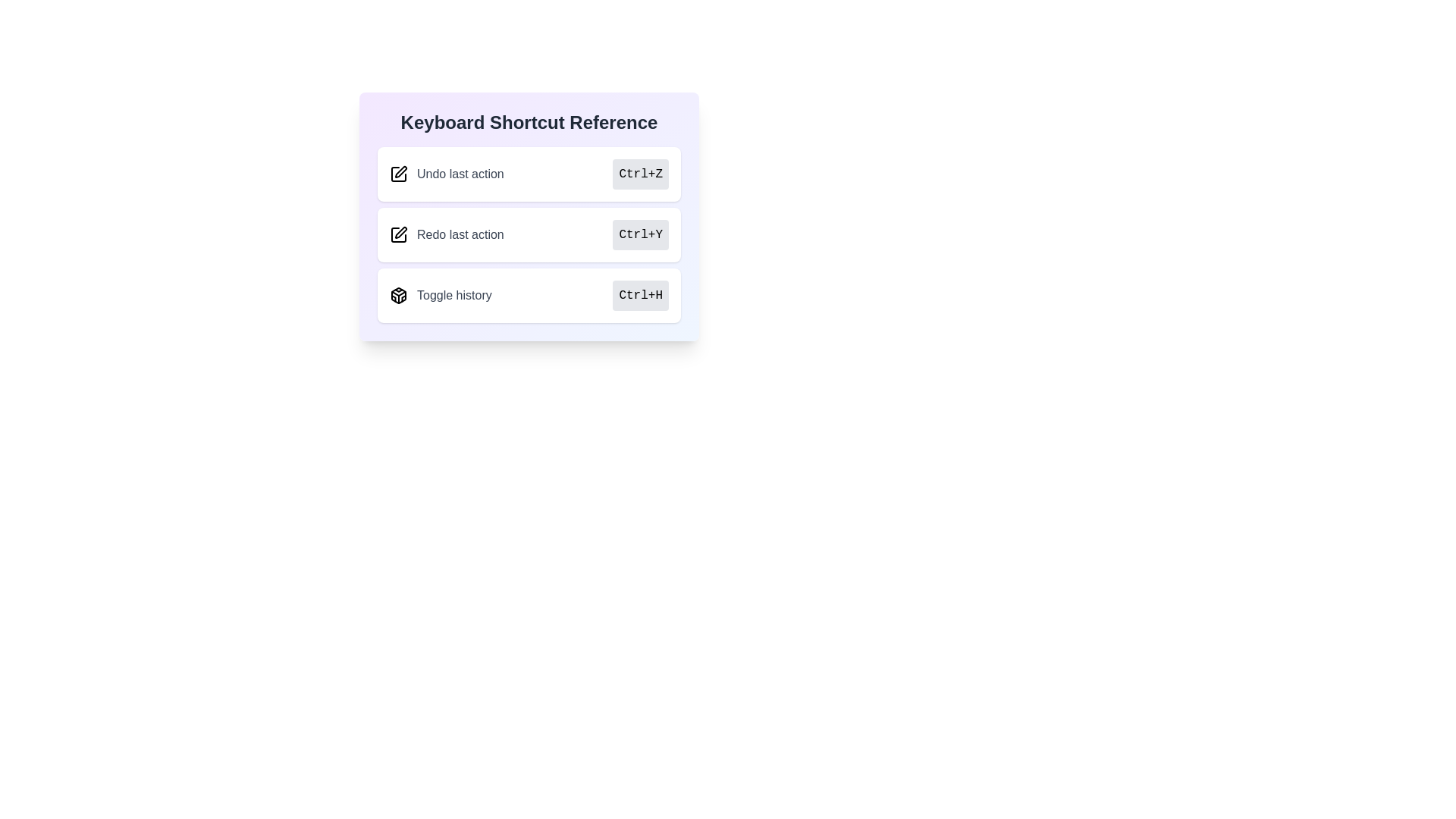 The height and width of the screenshot is (819, 1456). I want to click on the pen icon located to the left of the 'Undo last action' text in the 'Keyboard Shortcut Reference' list, so click(399, 174).